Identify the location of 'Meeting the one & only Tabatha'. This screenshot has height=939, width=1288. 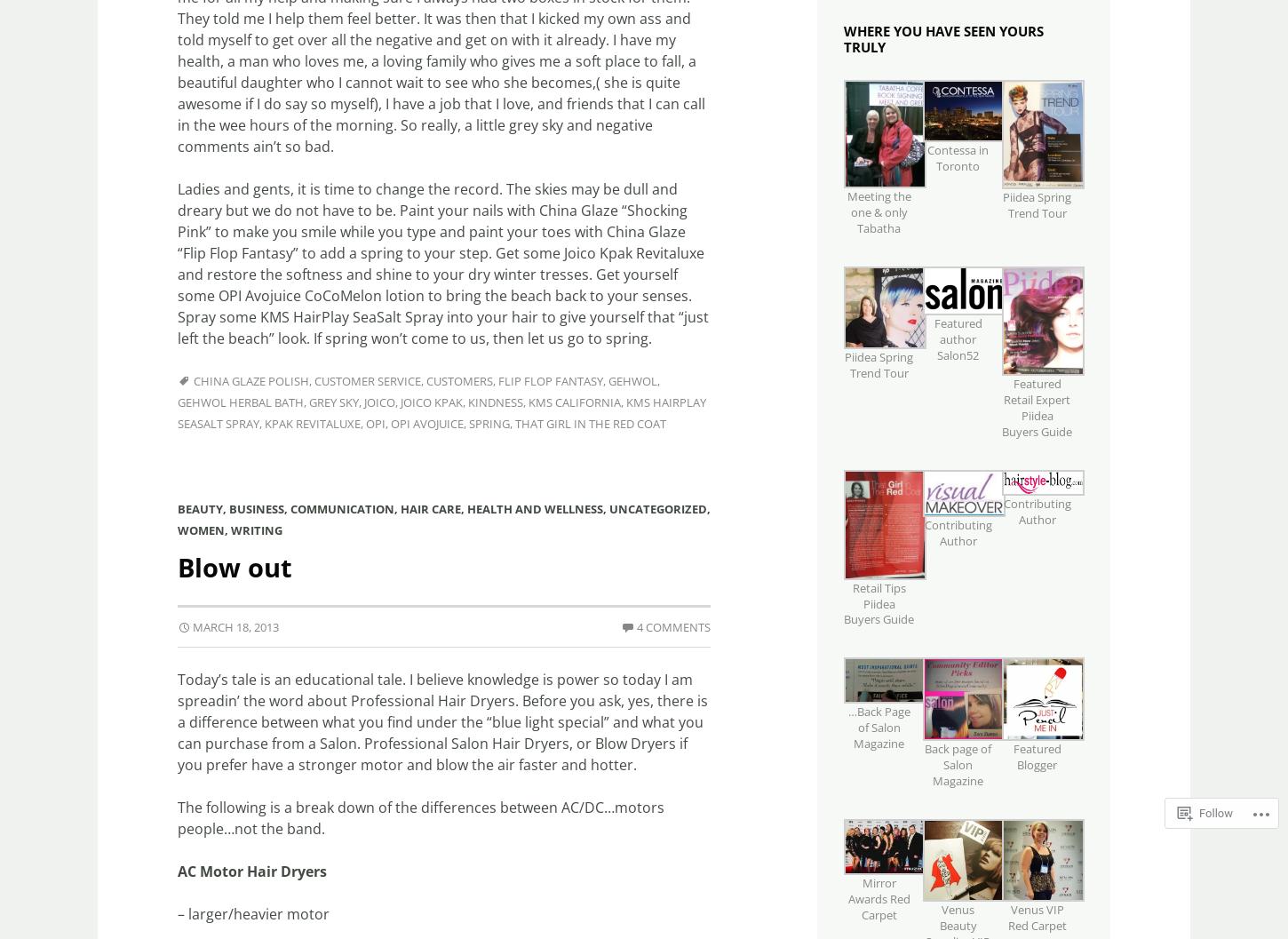
(879, 211).